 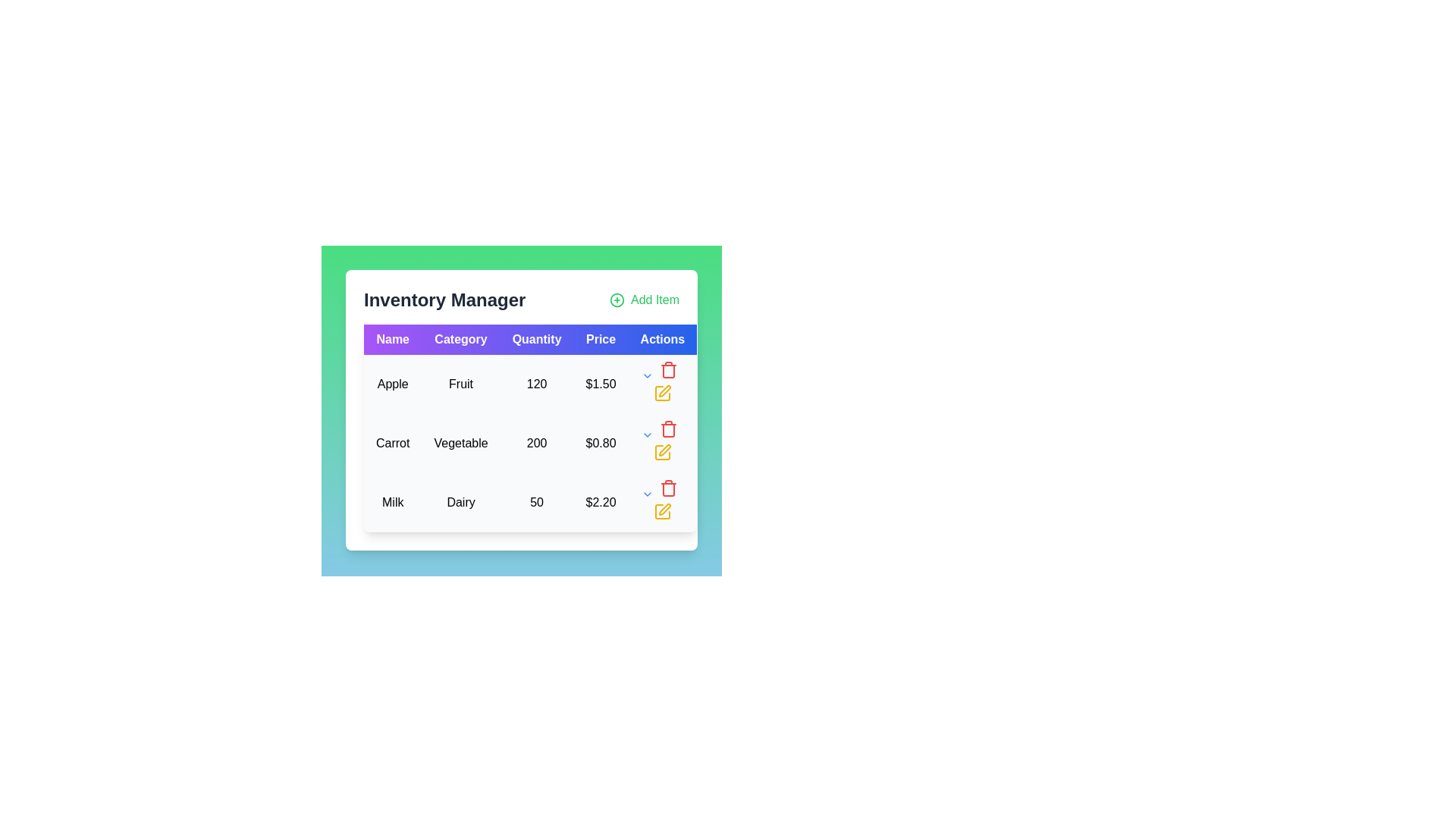 What do you see at coordinates (664, 391) in the screenshot?
I see `the pen-shaped SVG icon in the 'Actions' column beside the trash bin icon to initiate editing` at bounding box center [664, 391].